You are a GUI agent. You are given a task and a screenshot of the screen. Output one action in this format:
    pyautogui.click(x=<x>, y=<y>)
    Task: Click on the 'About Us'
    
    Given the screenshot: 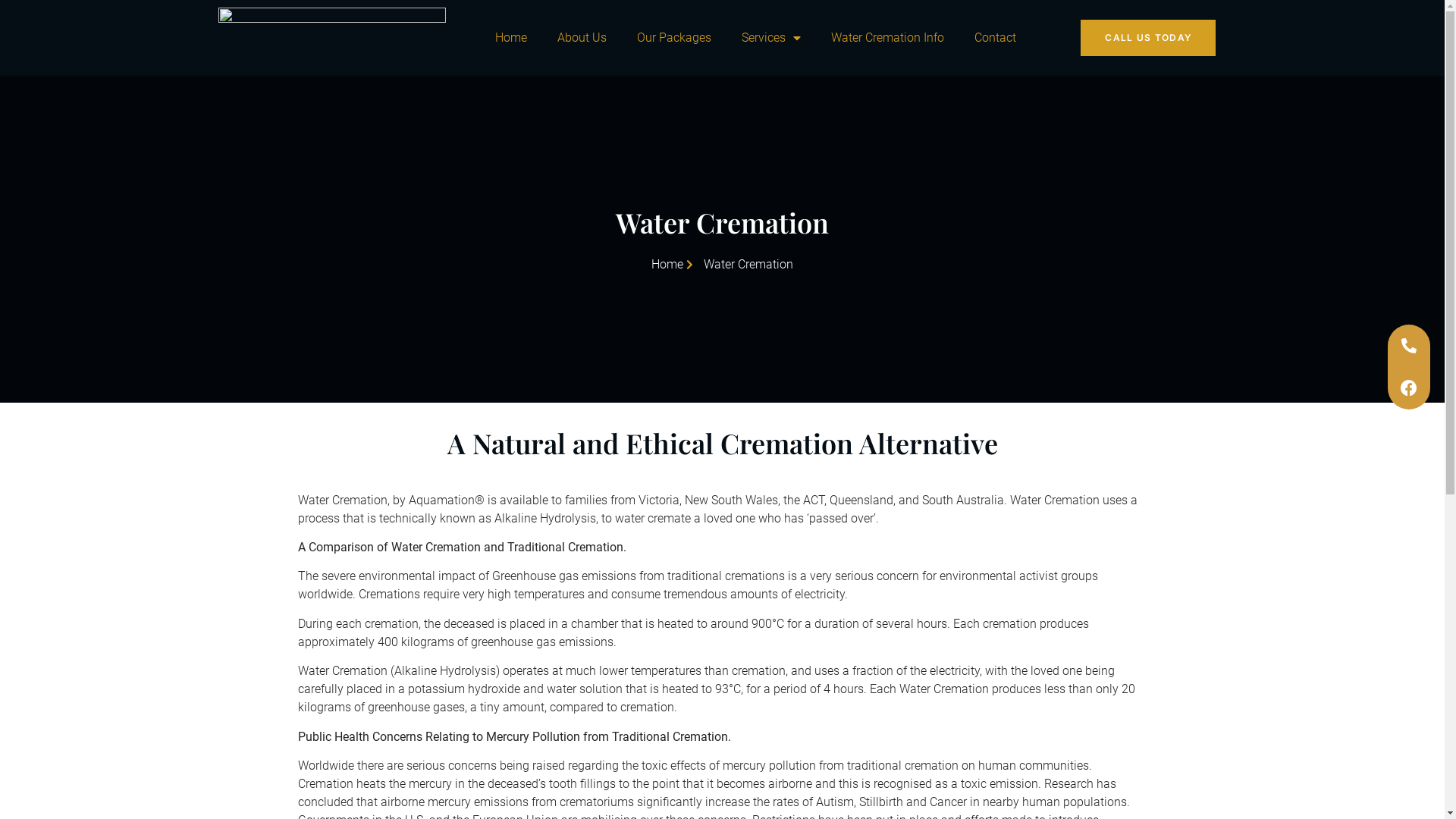 What is the action you would take?
    pyautogui.click(x=542, y=37)
    